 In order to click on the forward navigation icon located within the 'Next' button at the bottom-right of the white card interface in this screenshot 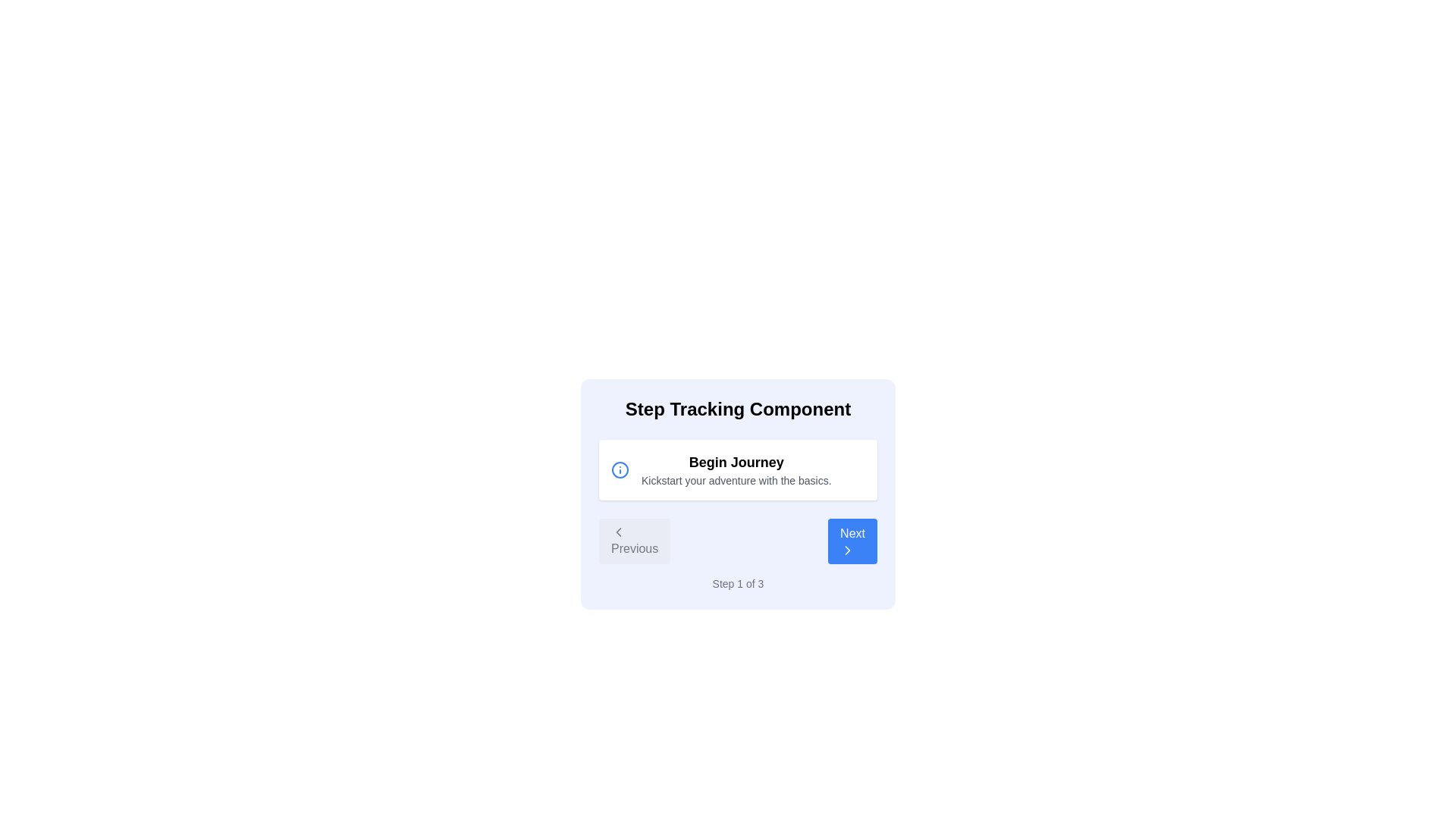, I will do `click(847, 550)`.